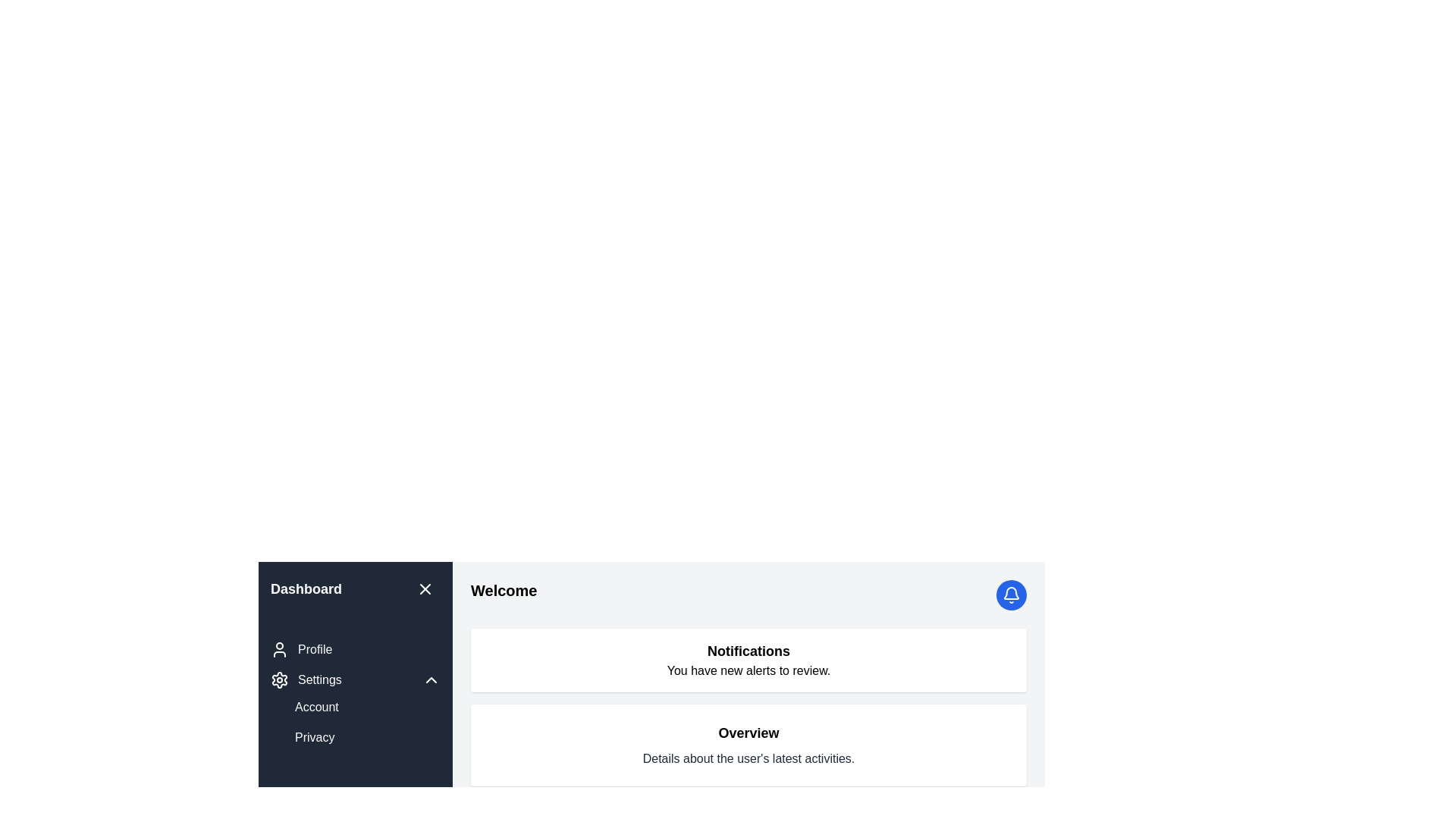 This screenshot has width=1456, height=819. What do you see at coordinates (355, 692) in the screenshot?
I see `the menu group in the left navigation bar` at bounding box center [355, 692].